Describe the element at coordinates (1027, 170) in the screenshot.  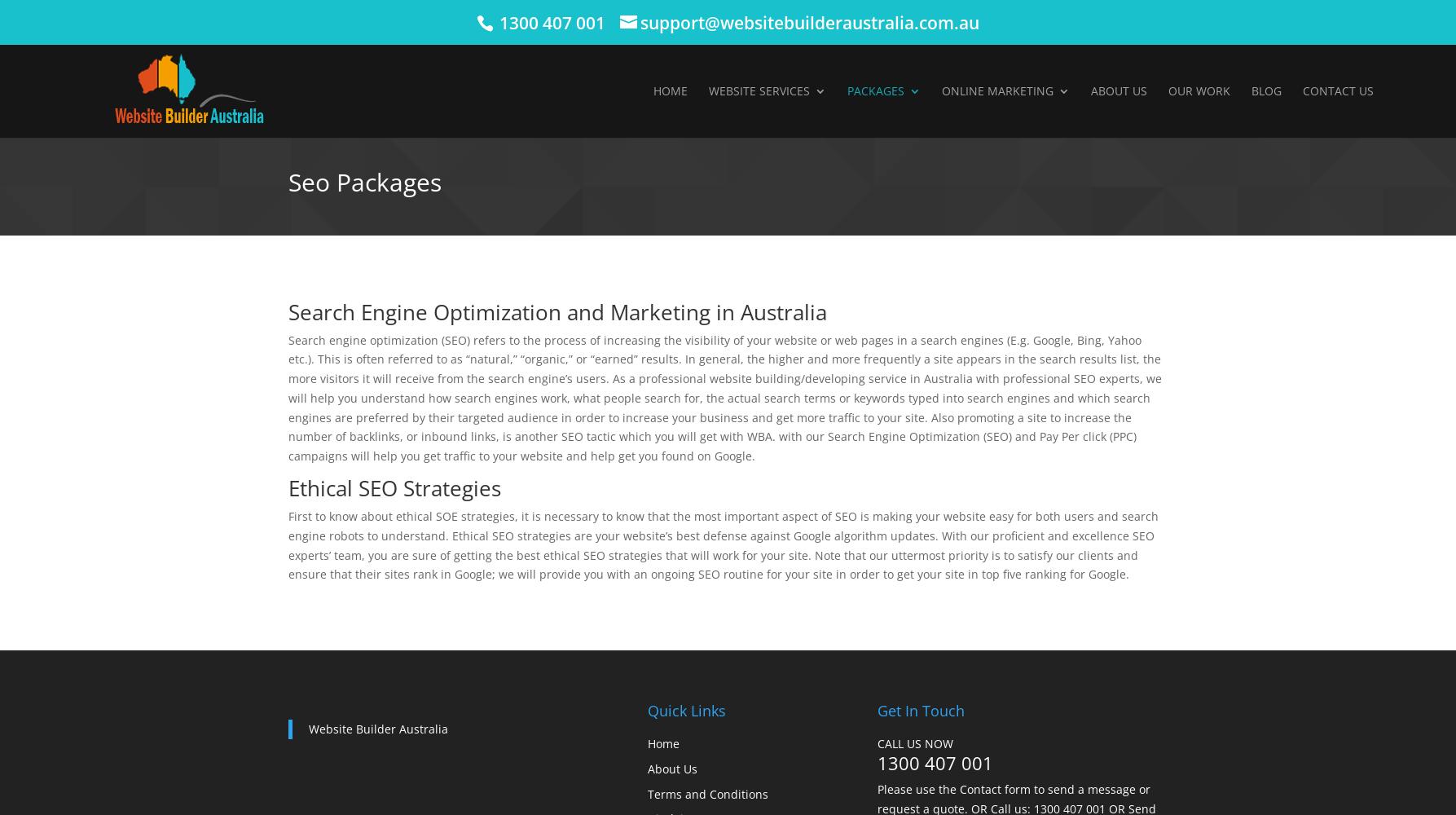
I see `'Pay Per Click (PPC)'` at that location.